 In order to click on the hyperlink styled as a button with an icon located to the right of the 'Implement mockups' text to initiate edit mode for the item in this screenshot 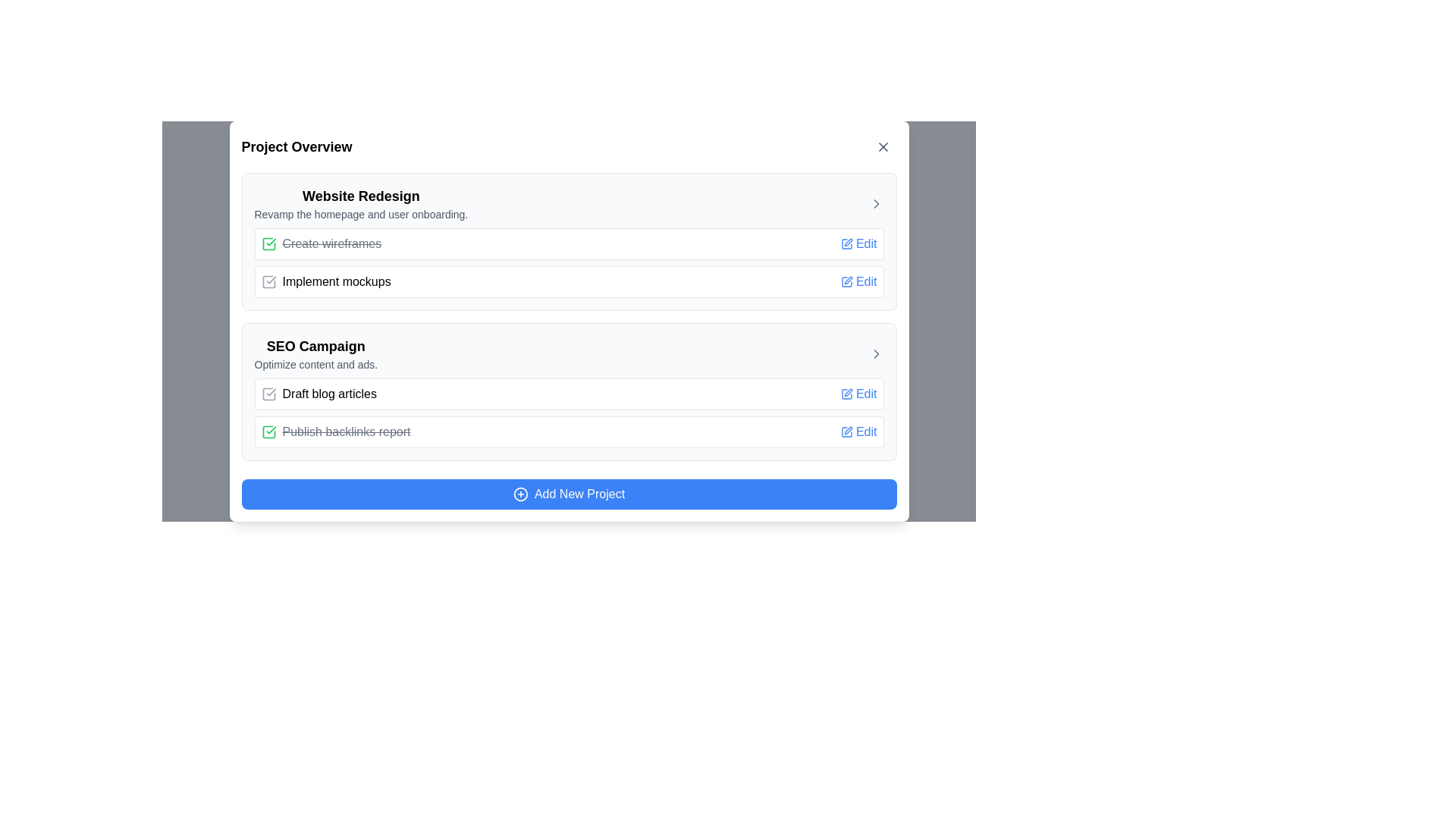, I will do `click(858, 281)`.